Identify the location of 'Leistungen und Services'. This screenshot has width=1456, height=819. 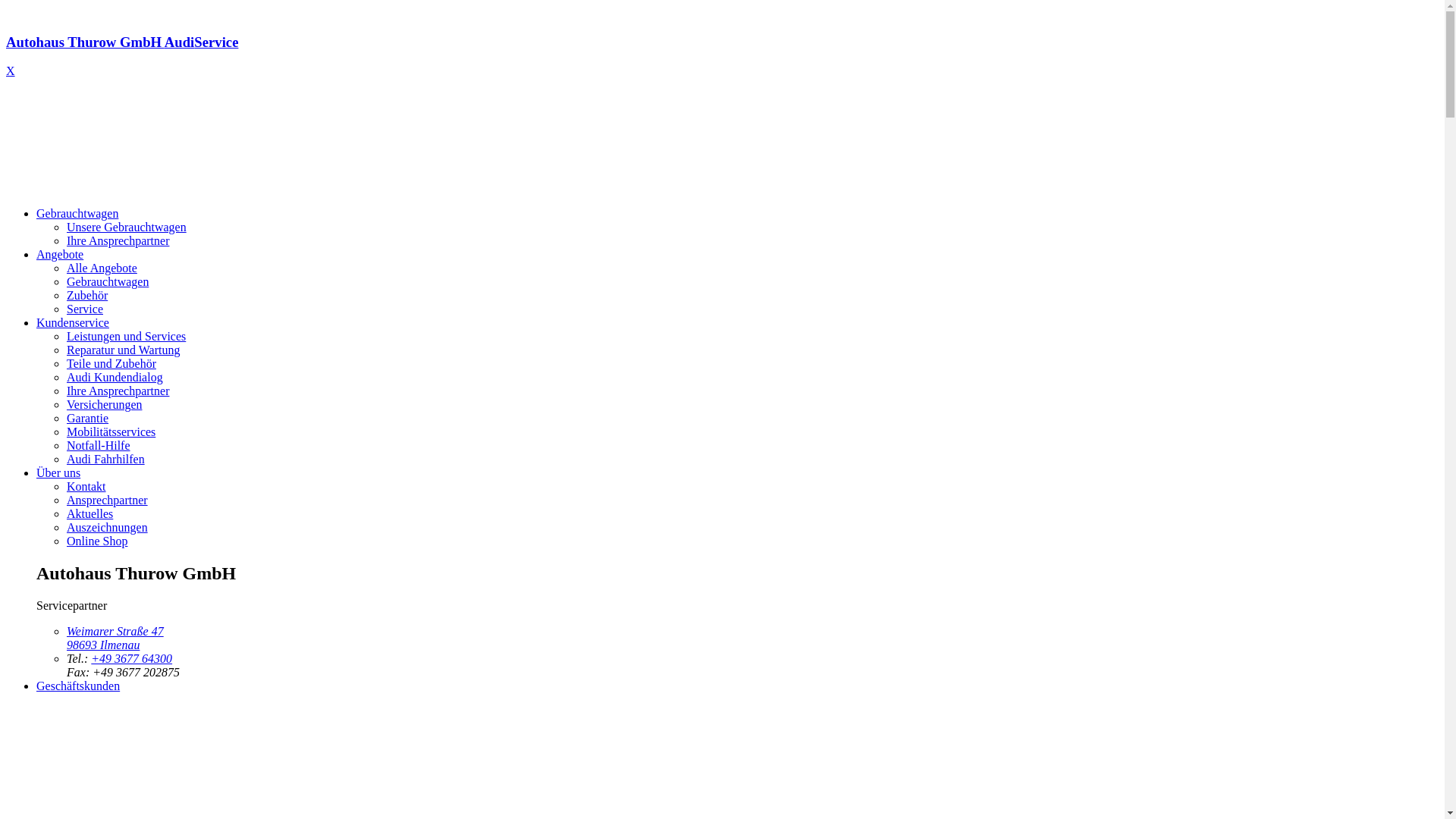
(65, 335).